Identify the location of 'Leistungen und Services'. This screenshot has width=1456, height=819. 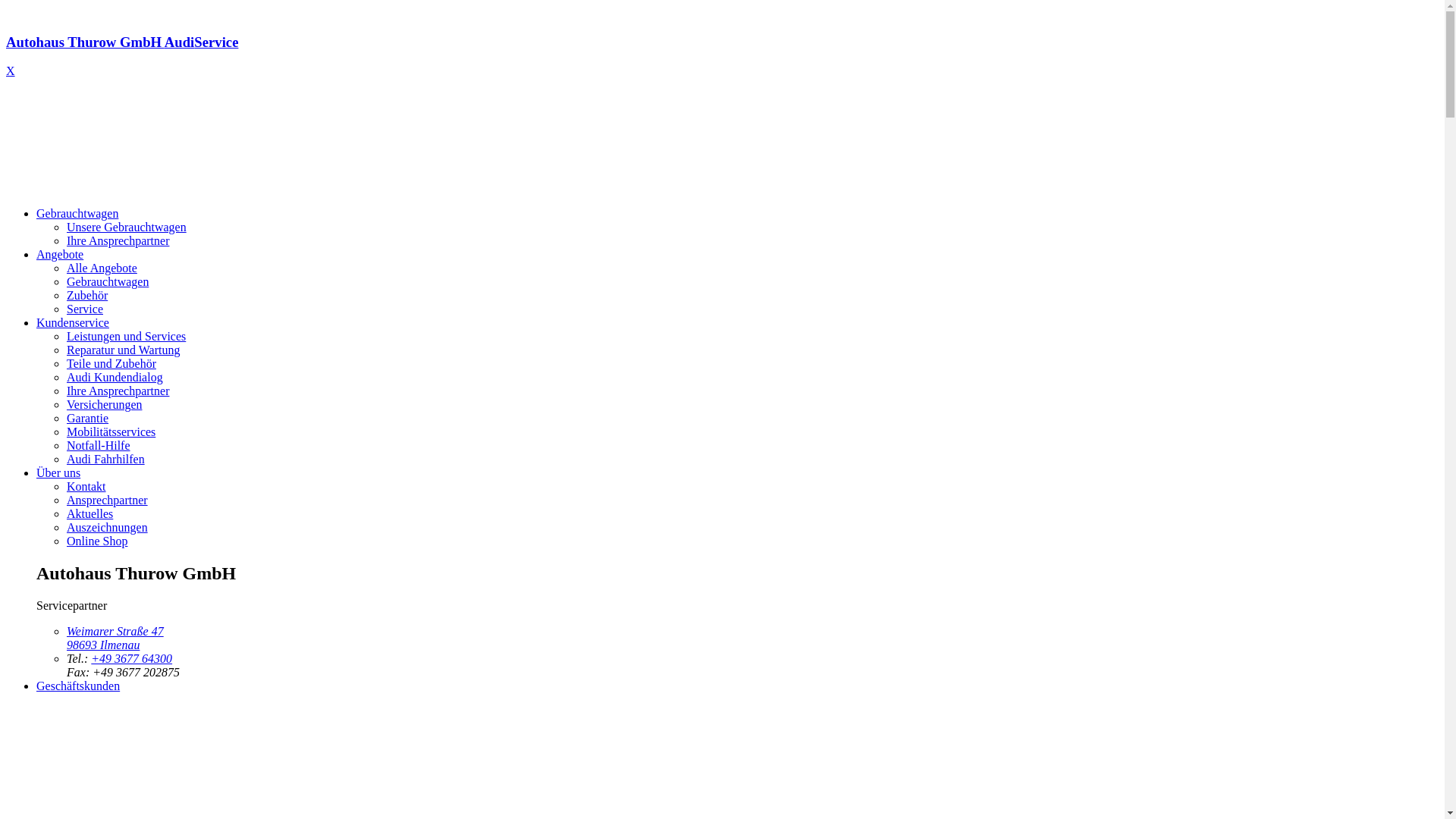
(65, 335).